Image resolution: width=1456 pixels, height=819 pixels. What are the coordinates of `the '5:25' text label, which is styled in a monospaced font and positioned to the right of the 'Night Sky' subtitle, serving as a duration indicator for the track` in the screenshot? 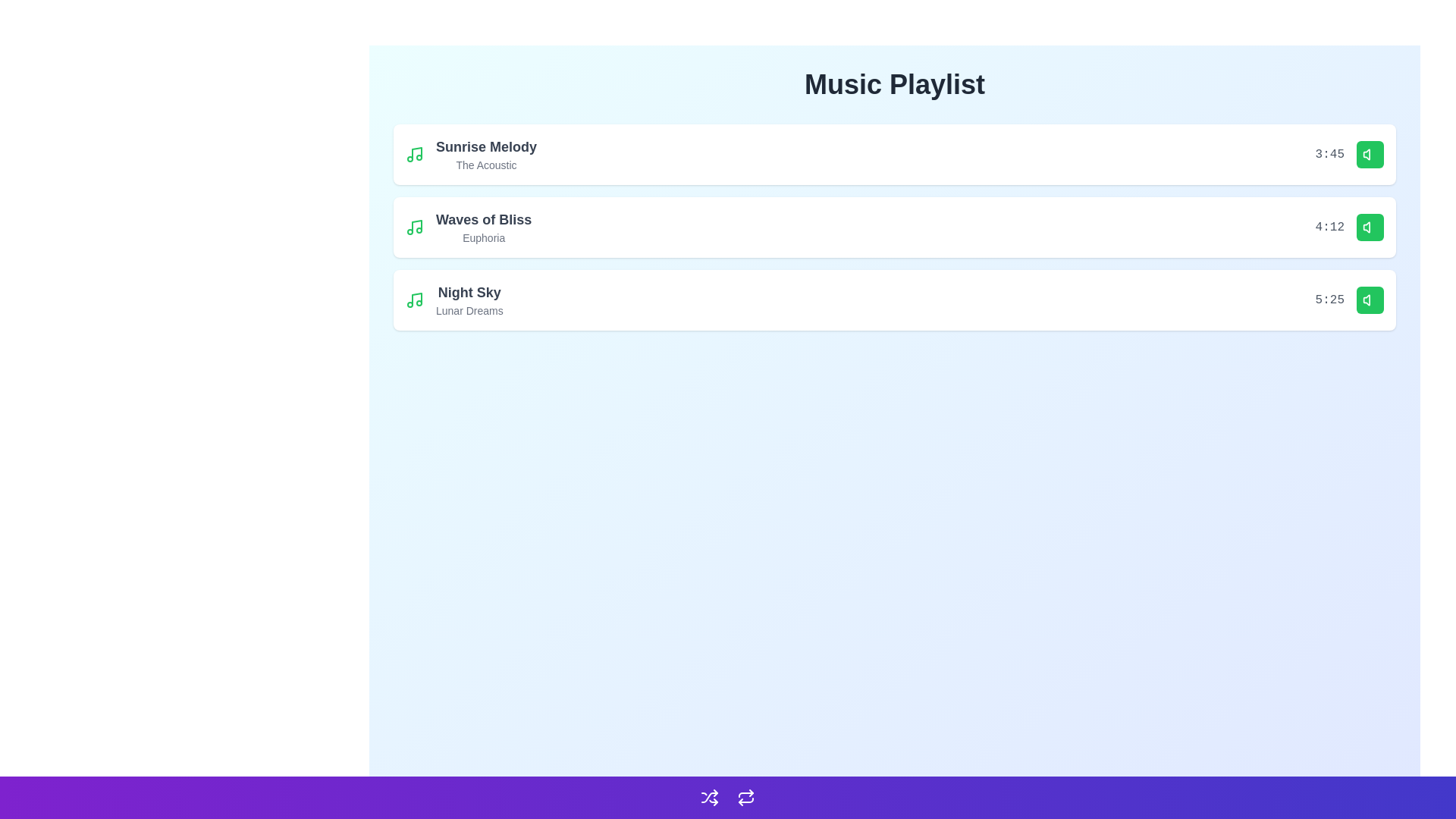 It's located at (1349, 300).